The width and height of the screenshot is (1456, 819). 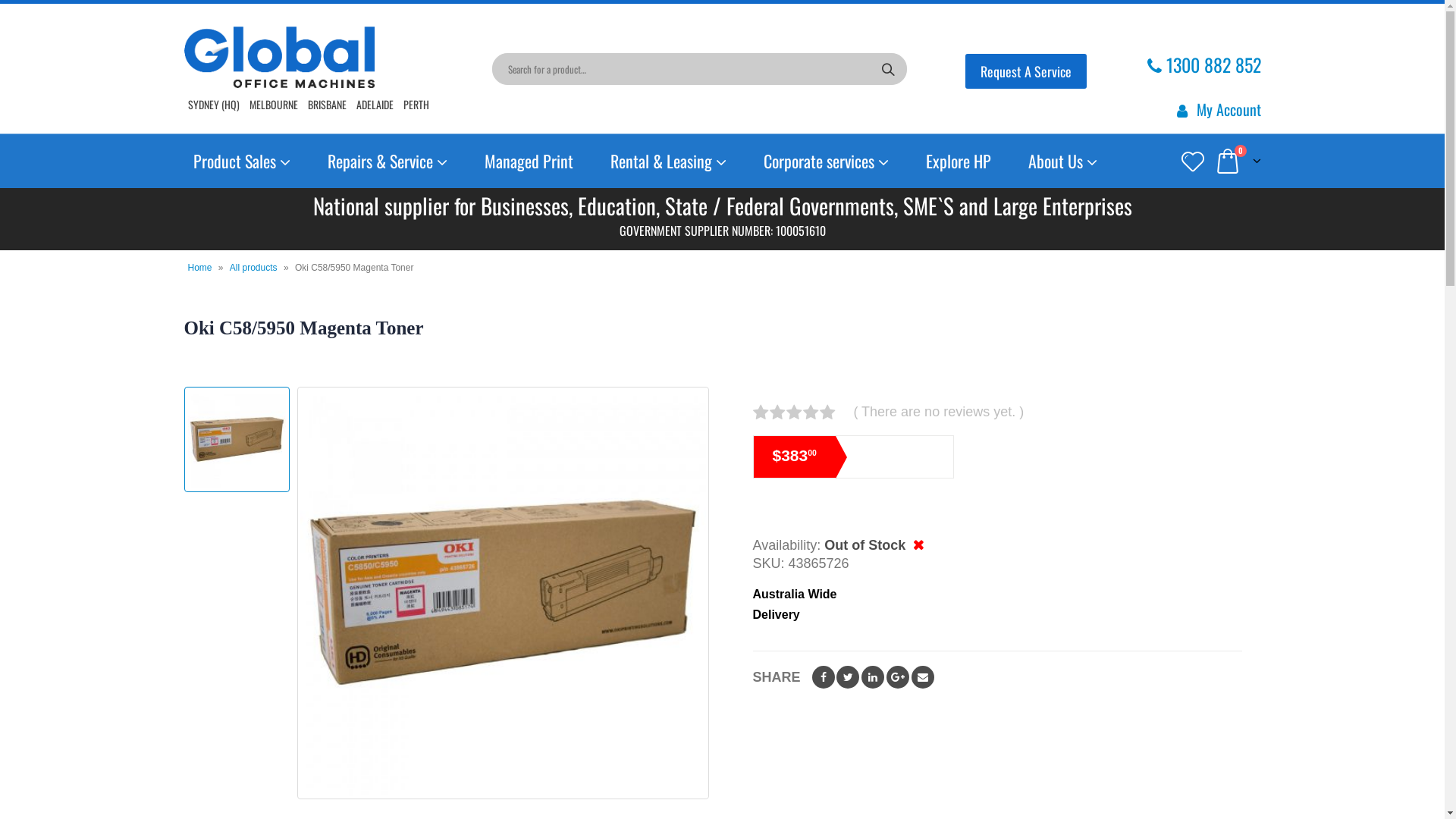 What do you see at coordinates (889, 67) in the screenshot?
I see `'Search'` at bounding box center [889, 67].